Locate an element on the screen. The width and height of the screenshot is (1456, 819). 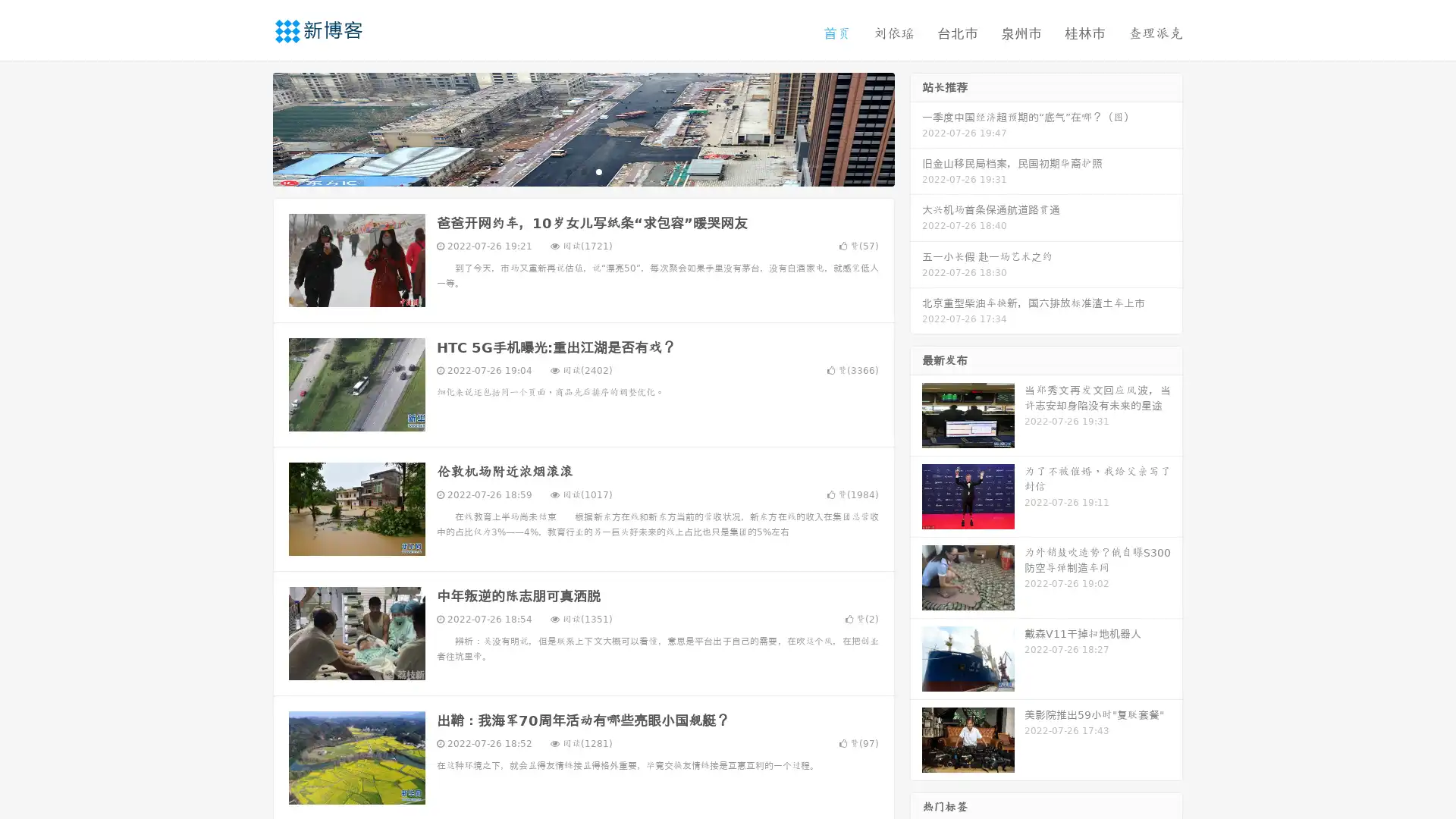
Go to slide 2 is located at coordinates (582, 171).